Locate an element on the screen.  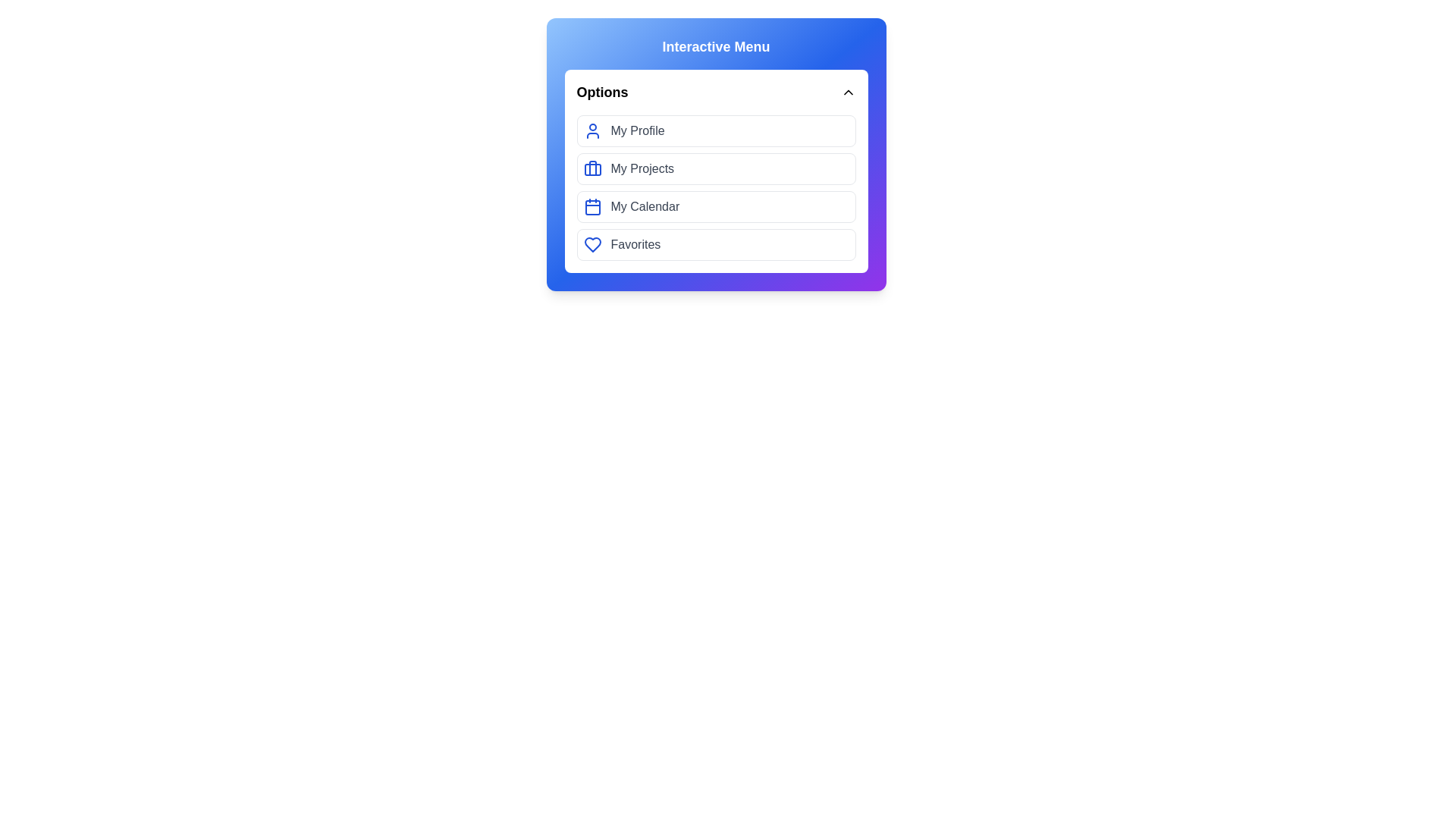
the SVG rectangle element with rounded corners that represents the main body of the briefcase icon for the 'My Projects' menu option is located at coordinates (591, 169).